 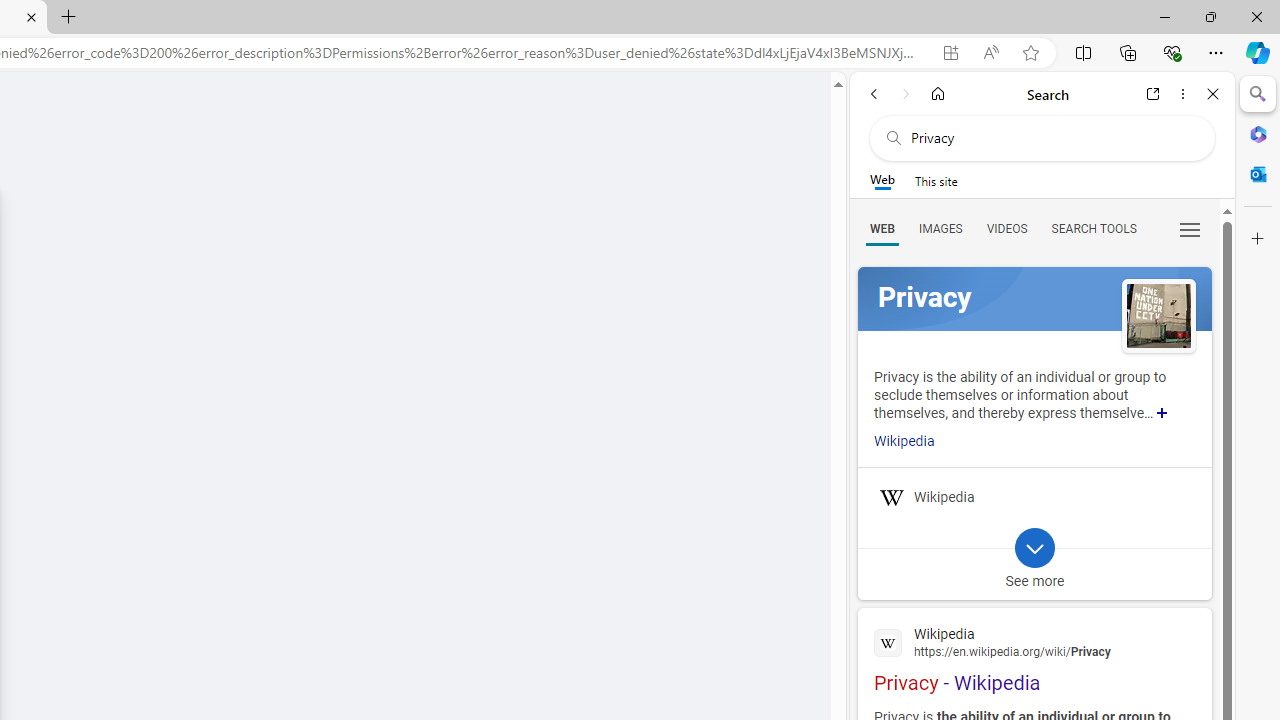 I want to click on 'VIDEOS', so click(x=1006, y=227).